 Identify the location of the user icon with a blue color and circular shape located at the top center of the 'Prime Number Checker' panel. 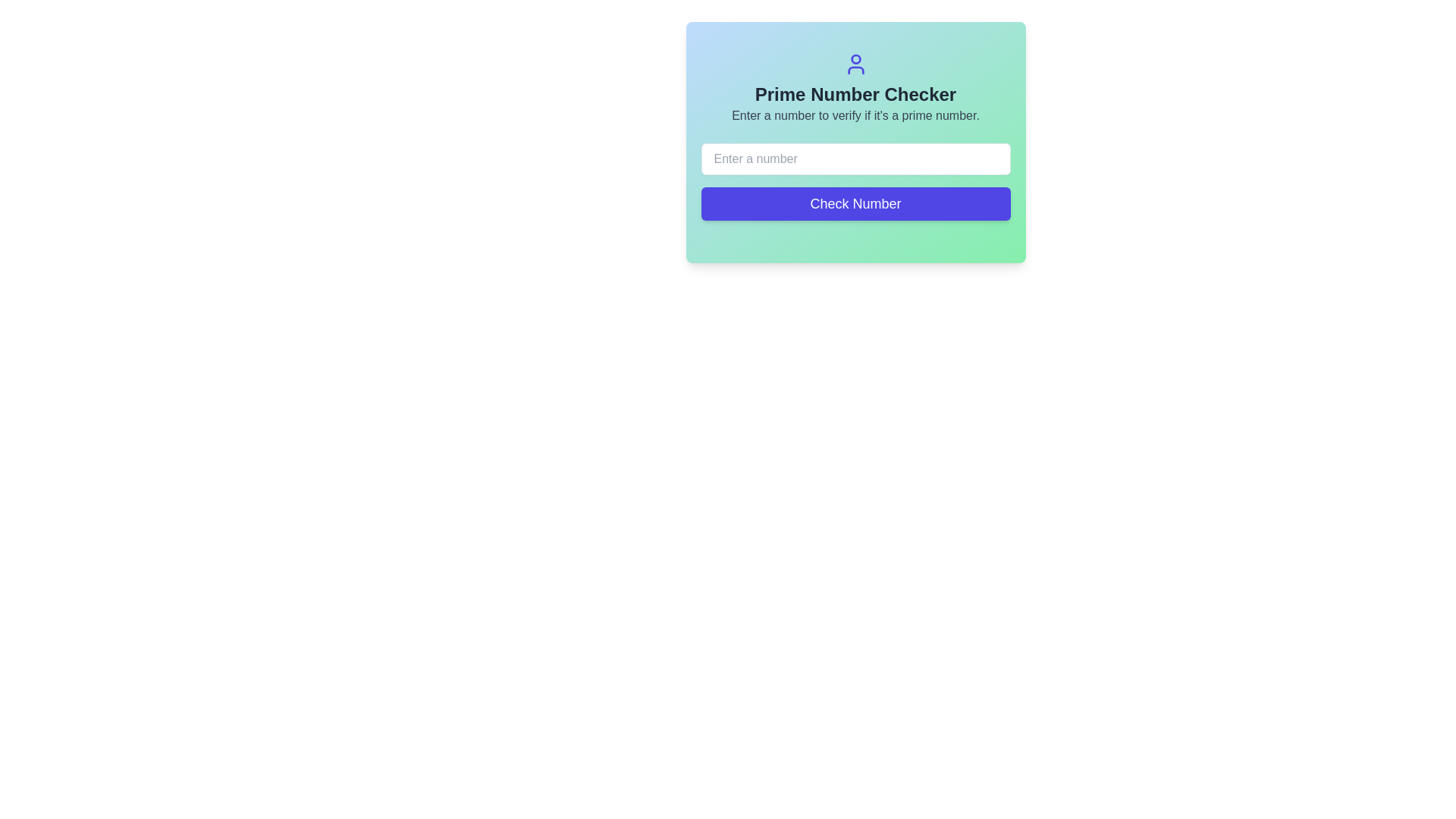
(855, 63).